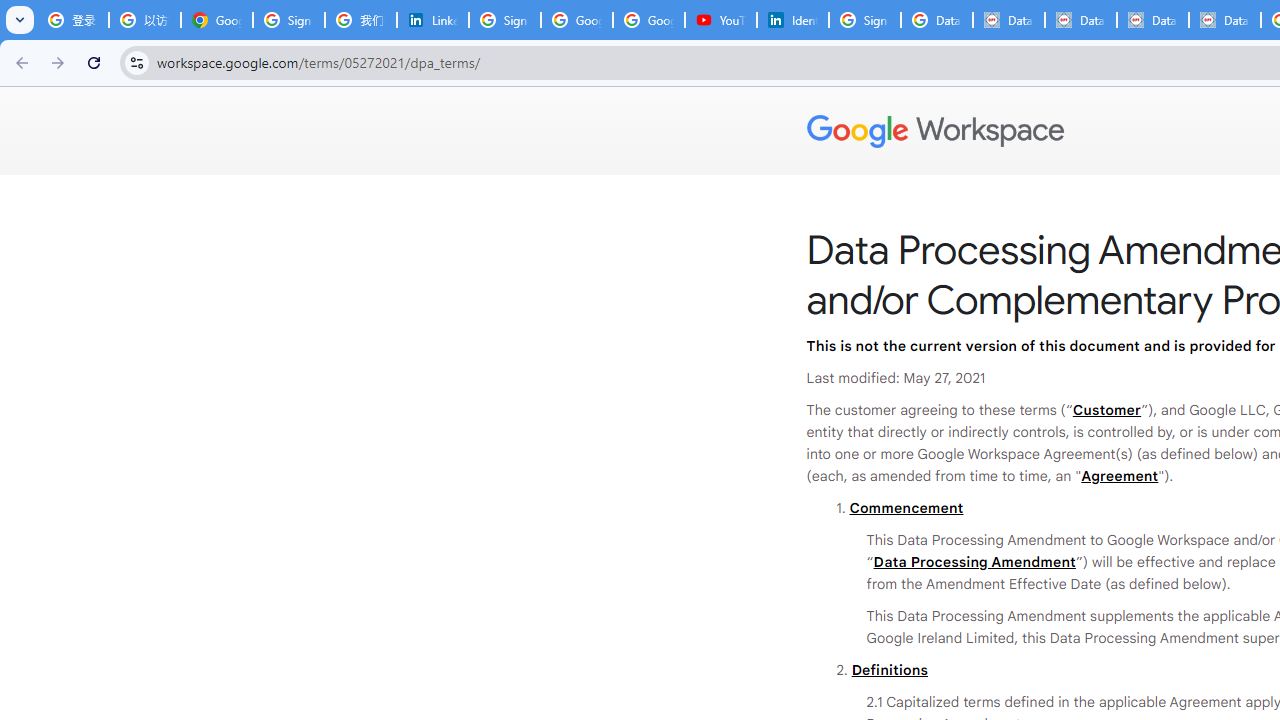 The height and width of the screenshot is (720, 1280). Describe the element at coordinates (431, 20) in the screenshot. I see `'LinkedIn Privacy Policy'` at that location.